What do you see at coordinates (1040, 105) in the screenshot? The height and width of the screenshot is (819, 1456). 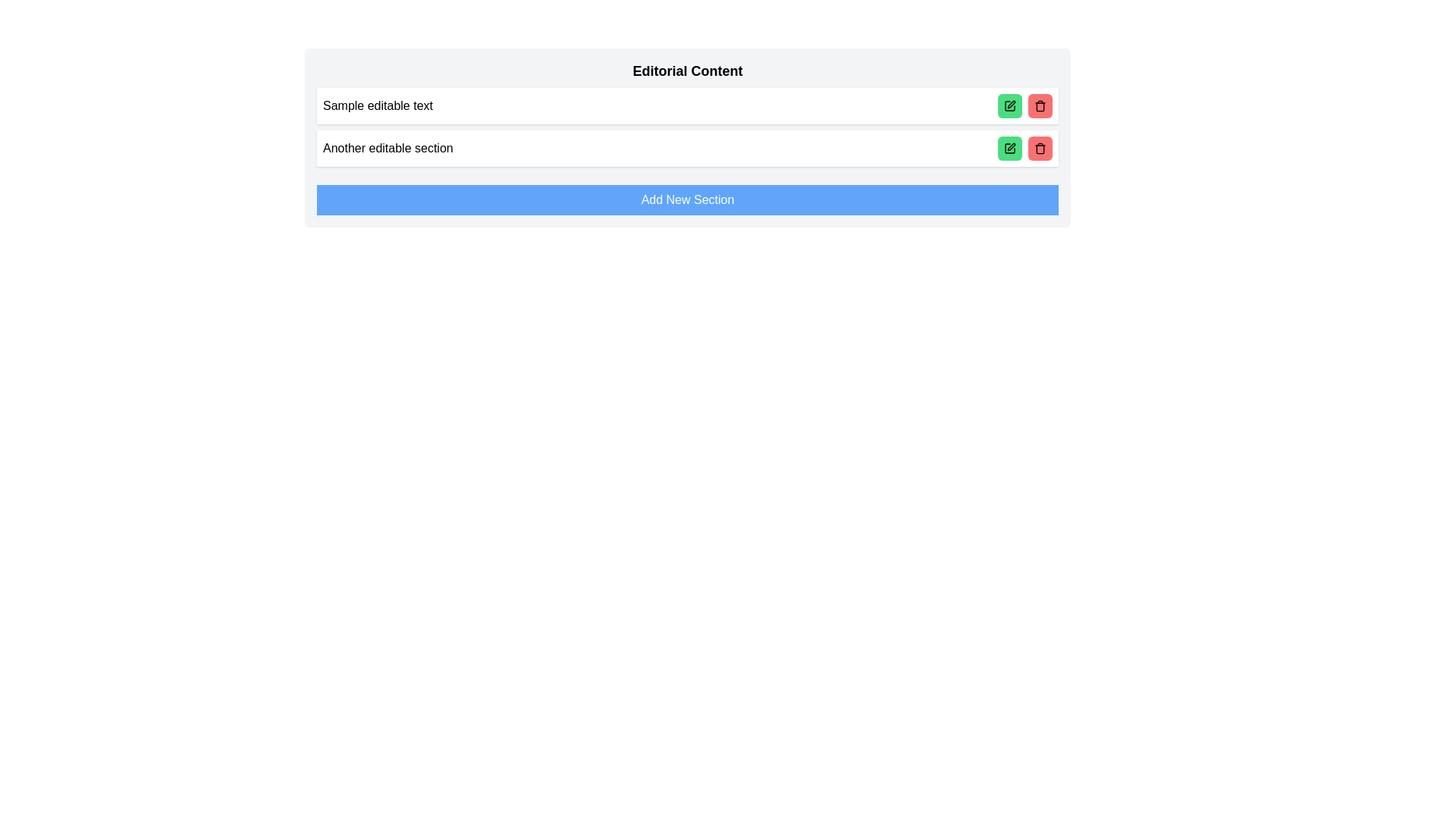 I see `the trash can icon button, which is styled with a red background and is located to the right of the editable text fields, adjacent to a green edit button` at bounding box center [1040, 105].